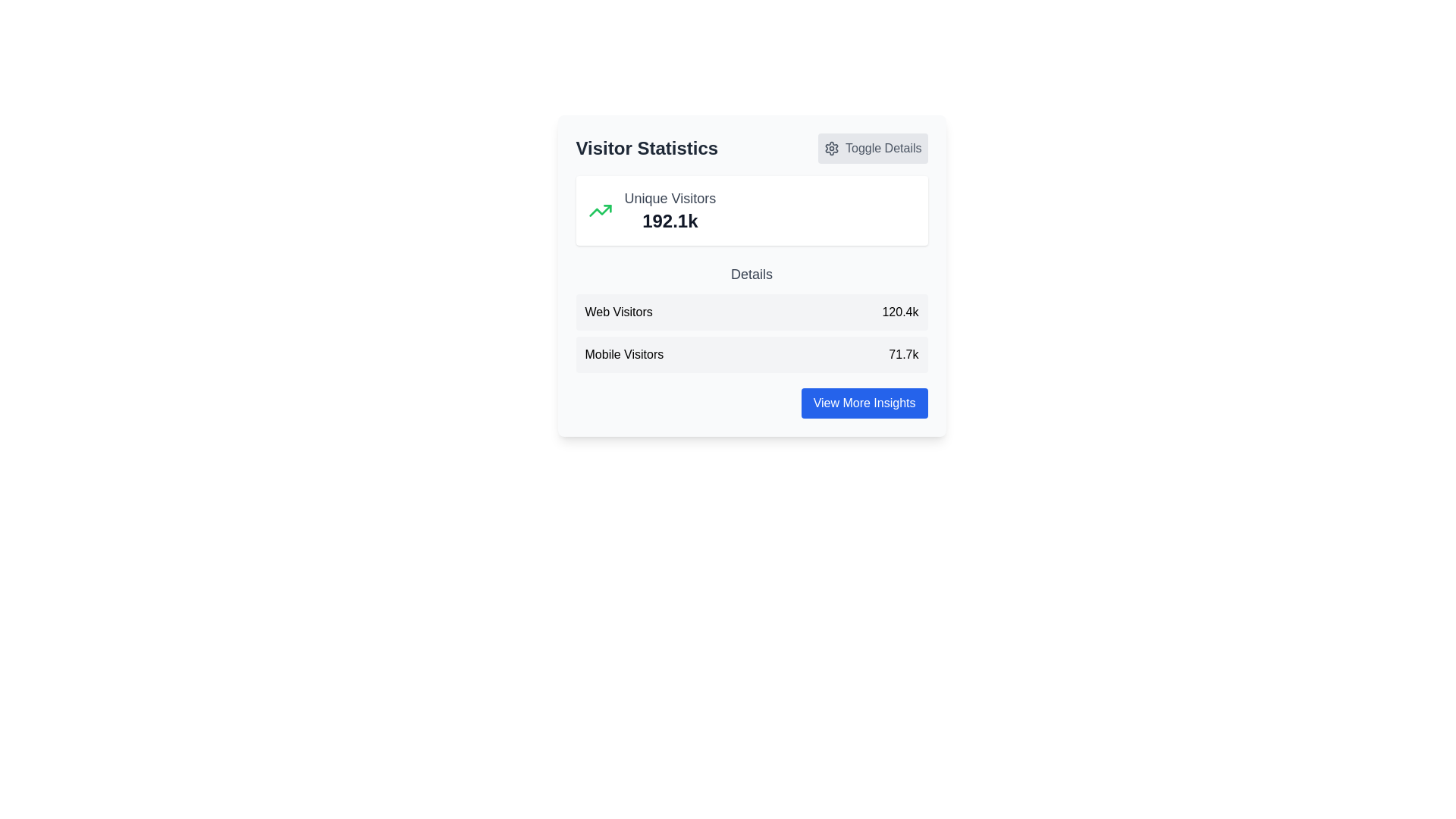  I want to click on the settings icon within the 'Toggle Details' button located in the top-right corner of the 'Visitor Statistics' card, so click(831, 149).